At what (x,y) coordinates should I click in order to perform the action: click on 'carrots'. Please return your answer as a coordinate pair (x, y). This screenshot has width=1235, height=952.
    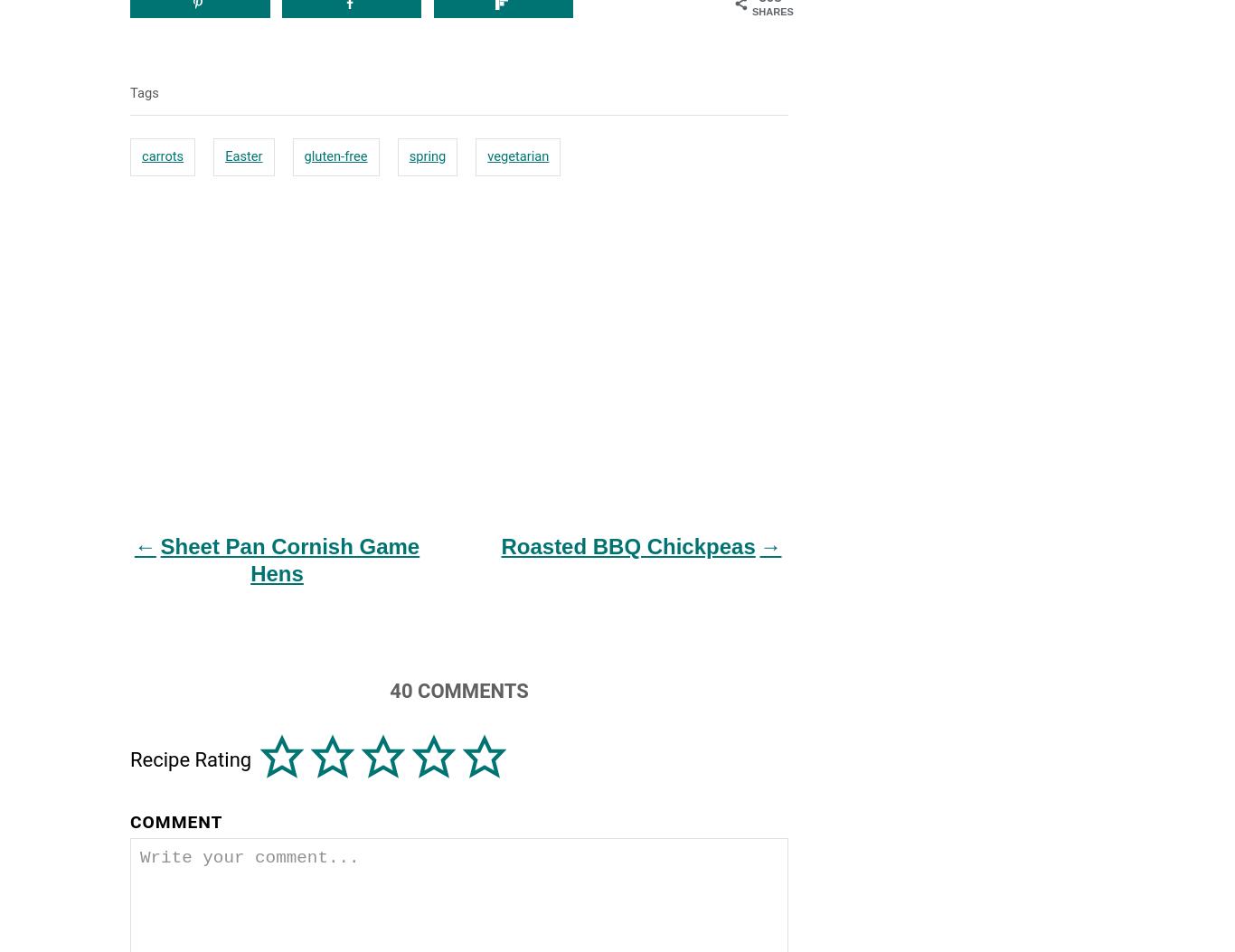
    Looking at the image, I should click on (162, 154).